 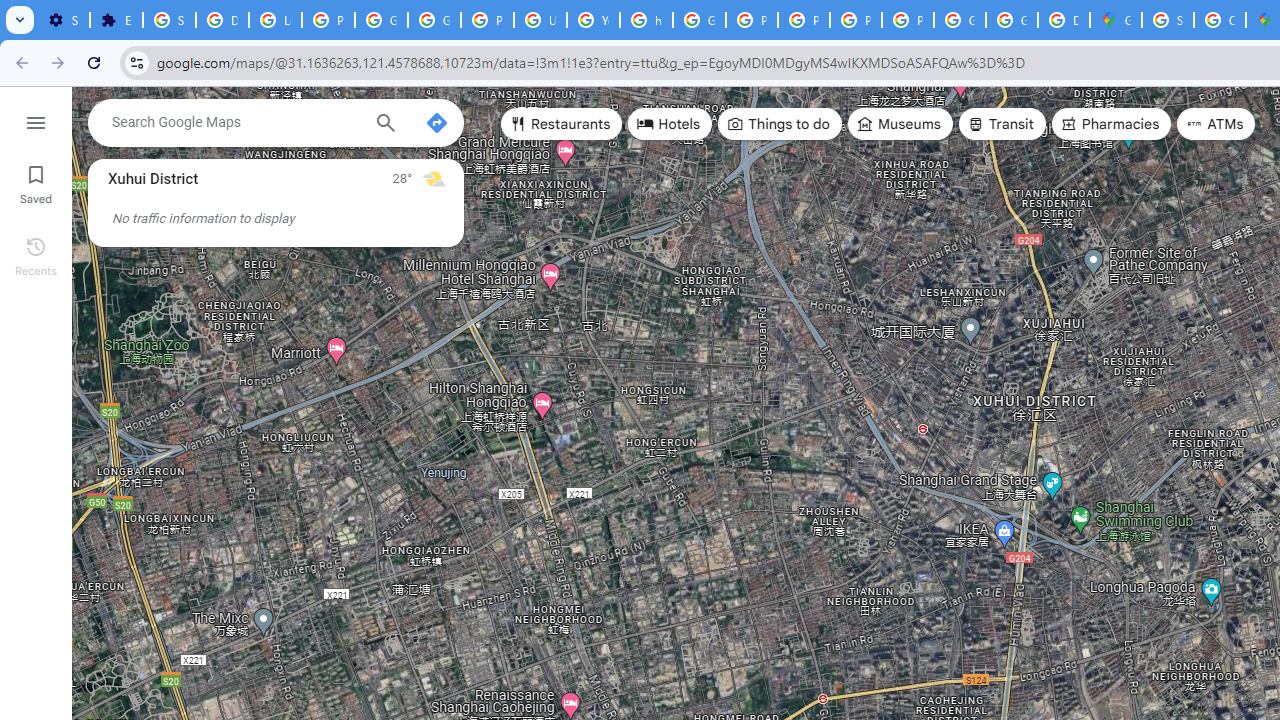 I want to click on 'Hotels', so click(x=670, y=124).